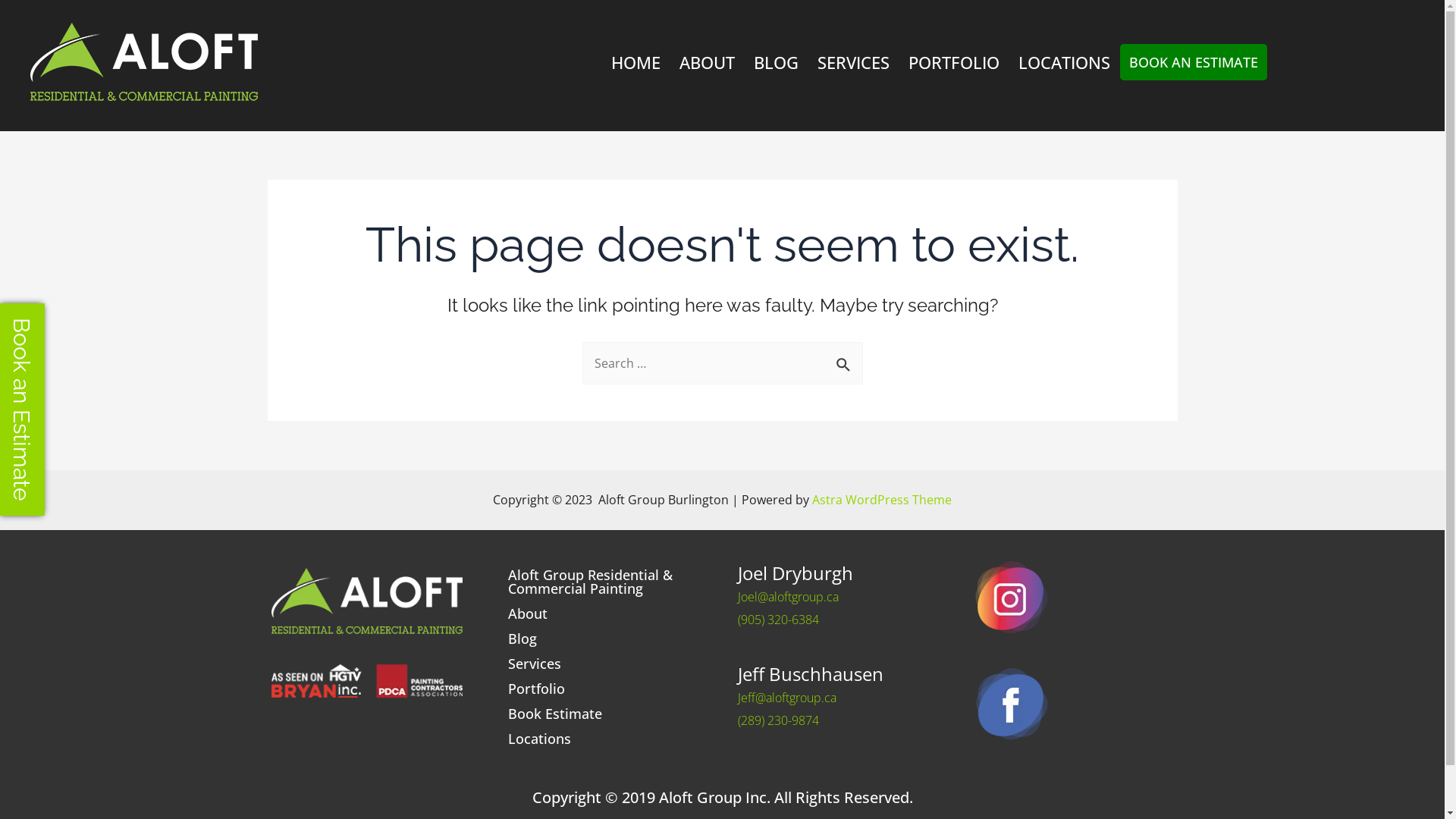  What do you see at coordinates (974, 598) in the screenshot?
I see `'footer-social1'` at bounding box center [974, 598].